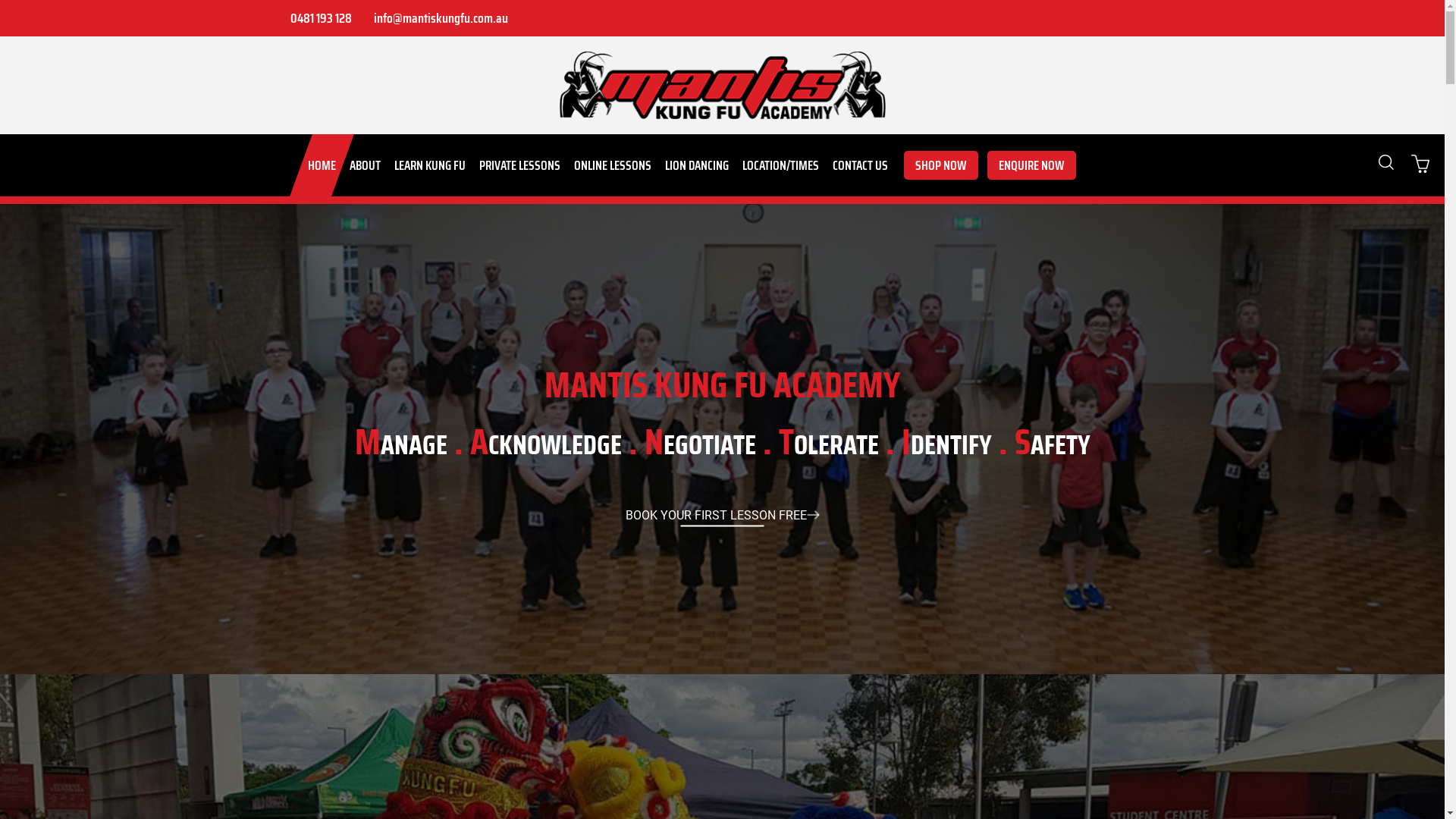 This screenshot has height=819, width=1456. I want to click on 'LOCATION/TIMES', so click(780, 165).